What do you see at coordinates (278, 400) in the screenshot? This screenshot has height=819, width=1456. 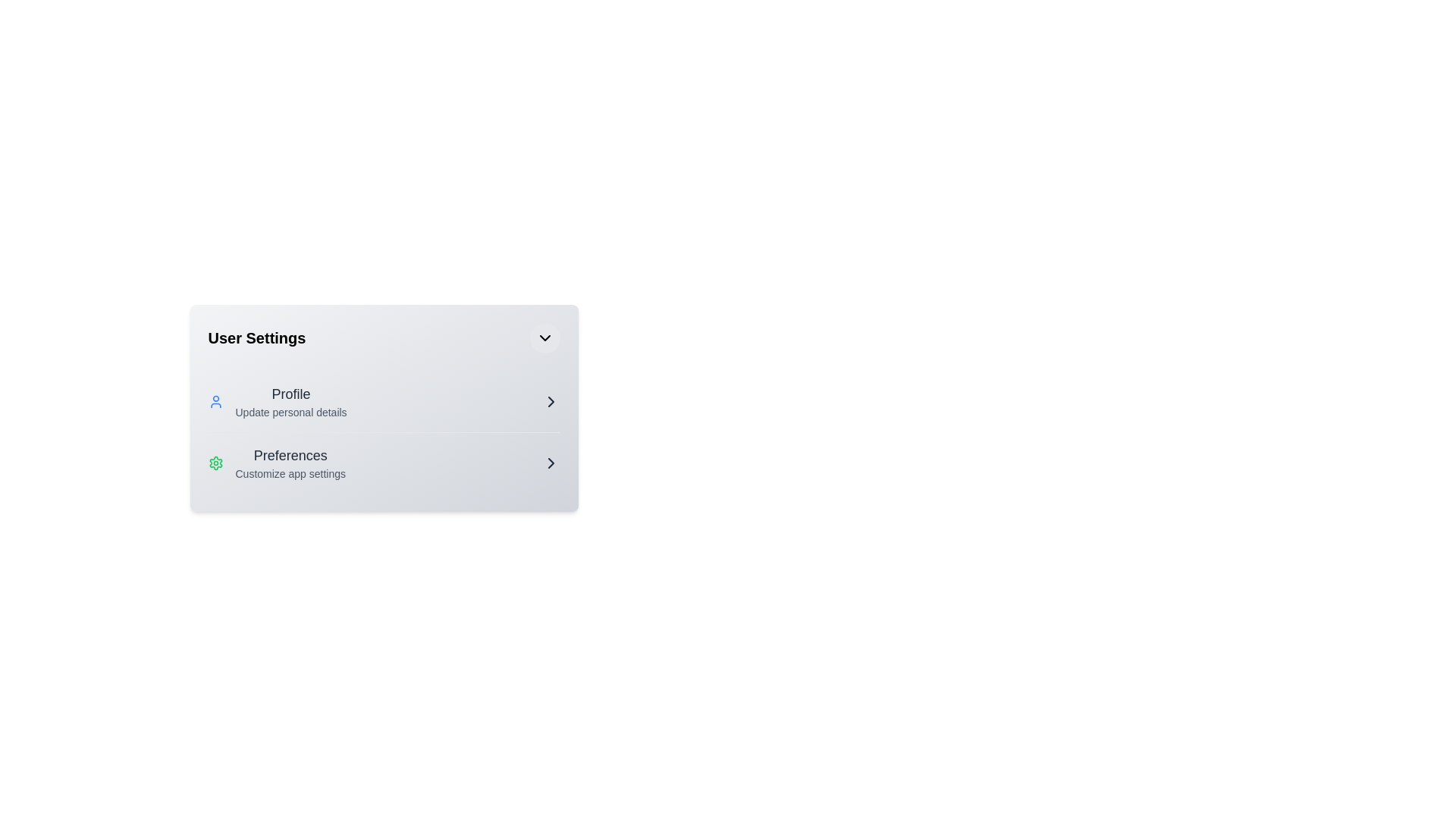 I see `the user profile section in the settings menu` at bounding box center [278, 400].